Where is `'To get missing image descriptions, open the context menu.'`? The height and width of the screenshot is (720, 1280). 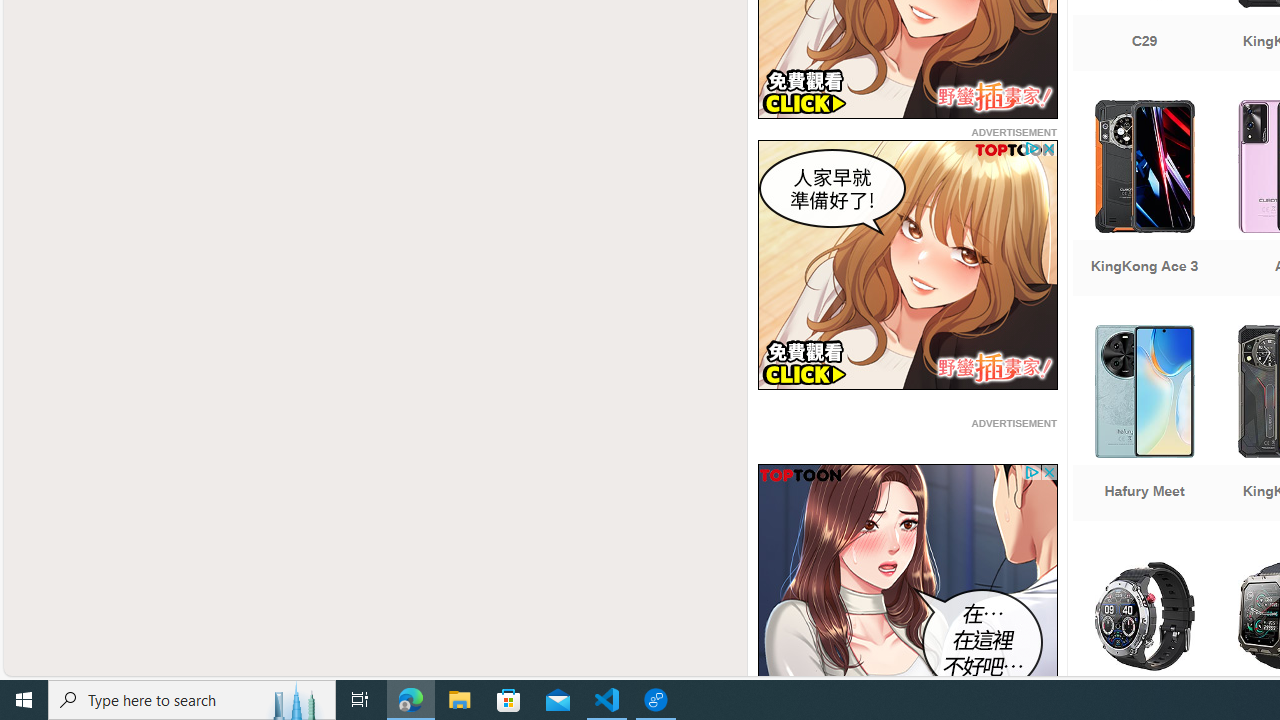 'To get missing image descriptions, open the context menu.' is located at coordinates (906, 588).